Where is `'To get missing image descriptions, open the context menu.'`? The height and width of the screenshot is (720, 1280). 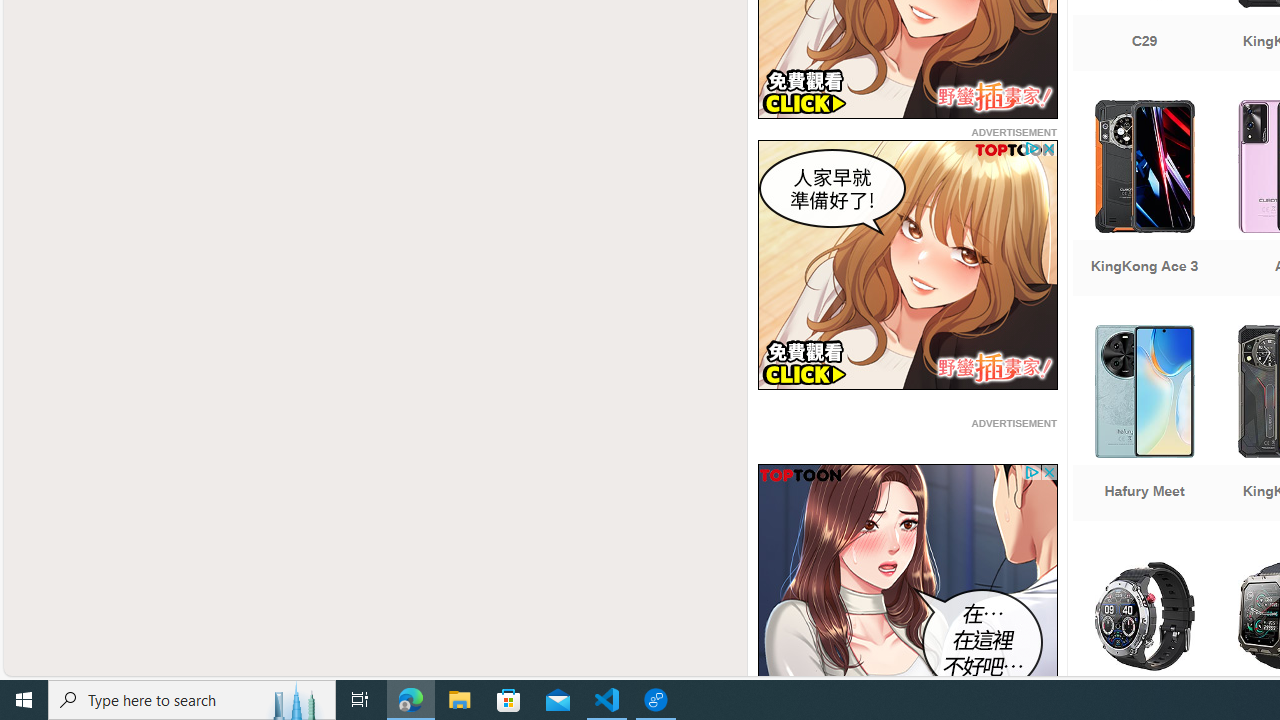 'To get missing image descriptions, open the context menu.' is located at coordinates (906, 588).